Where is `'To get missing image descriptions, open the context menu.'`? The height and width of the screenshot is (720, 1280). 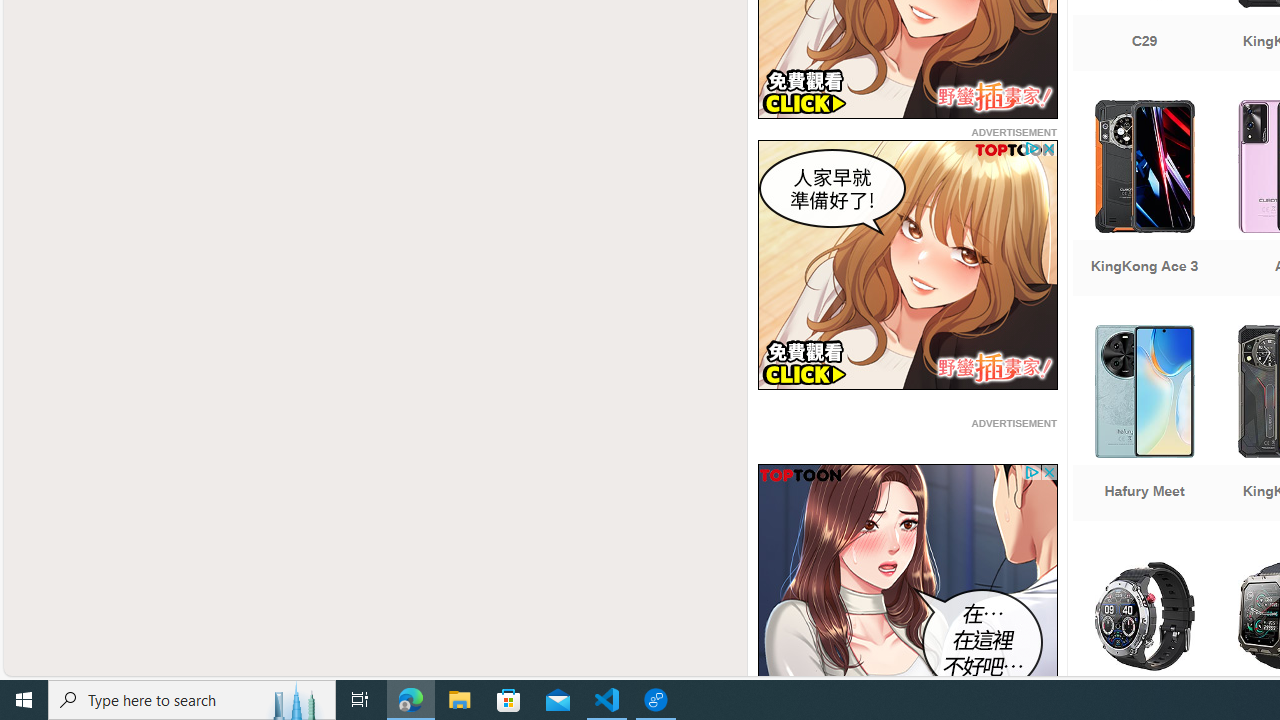 'To get missing image descriptions, open the context menu.' is located at coordinates (906, 588).